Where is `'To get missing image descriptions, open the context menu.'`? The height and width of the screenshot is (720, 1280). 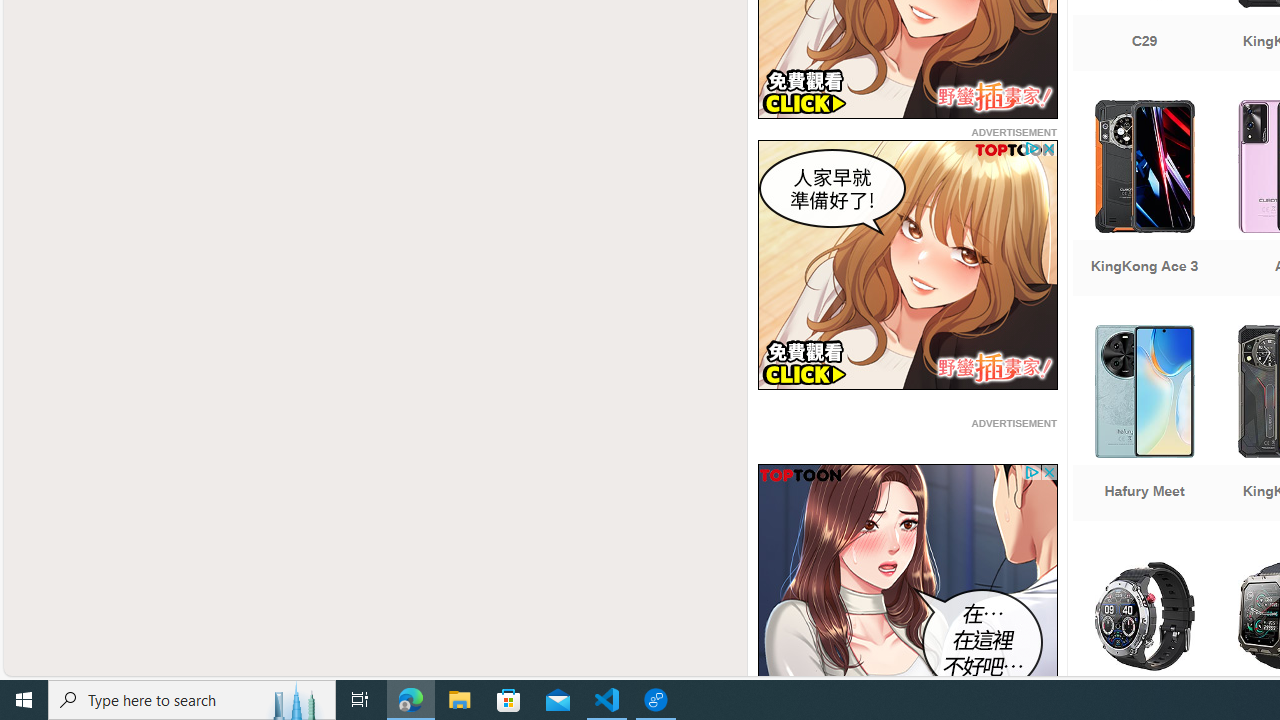 'To get missing image descriptions, open the context menu.' is located at coordinates (906, 588).